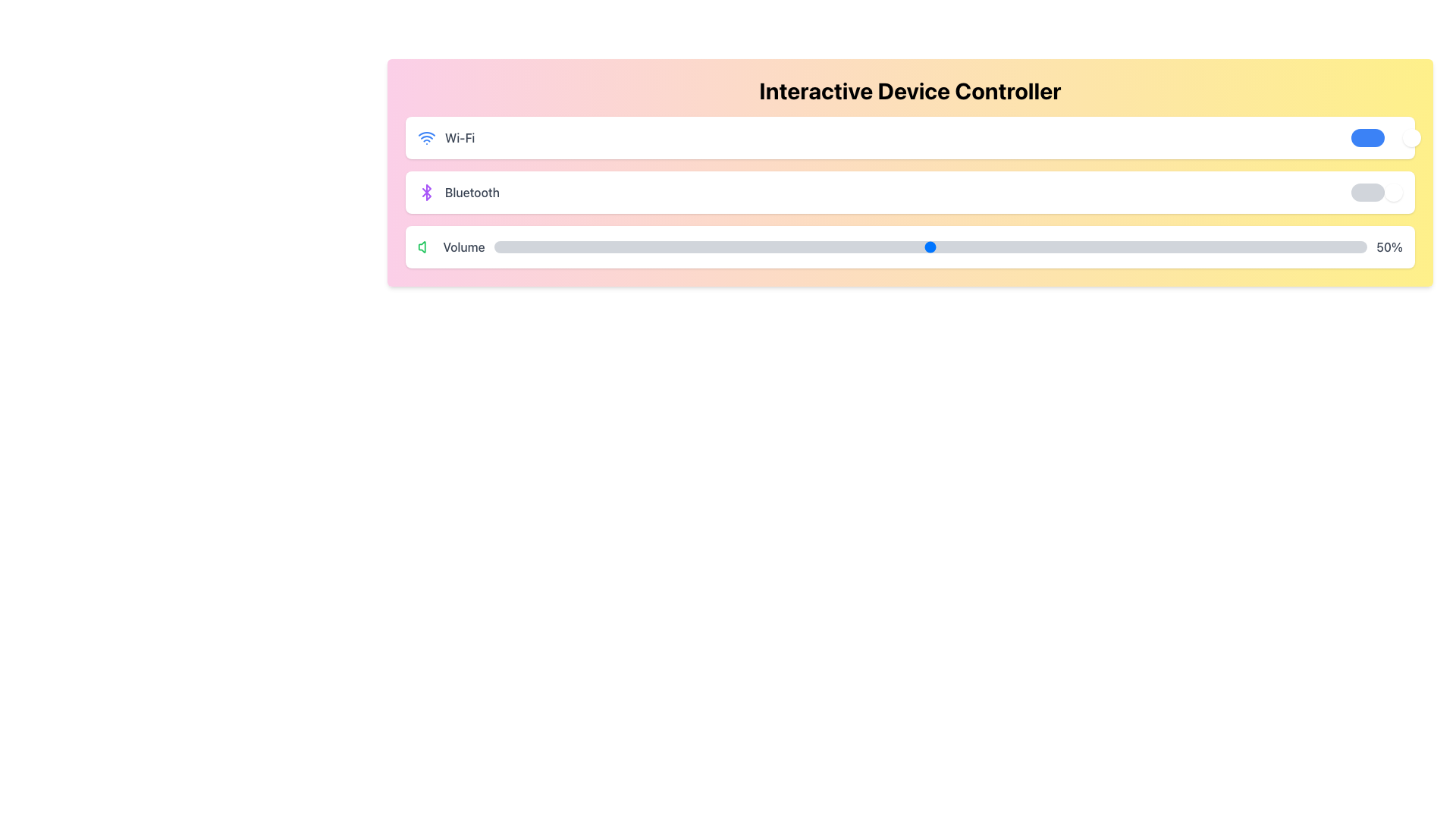 Image resolution: width=1456 pixels, height=819 pixels. What do you see at coordinates (445, 137) in the screenshot?
I see `the Label with Icon that features a blue Wi-Fi icon on the left and the text 'Wi-Fi' styled in medium-weight gray font, located in the upper section of a card-like layout` at bounding box center [445, 137].